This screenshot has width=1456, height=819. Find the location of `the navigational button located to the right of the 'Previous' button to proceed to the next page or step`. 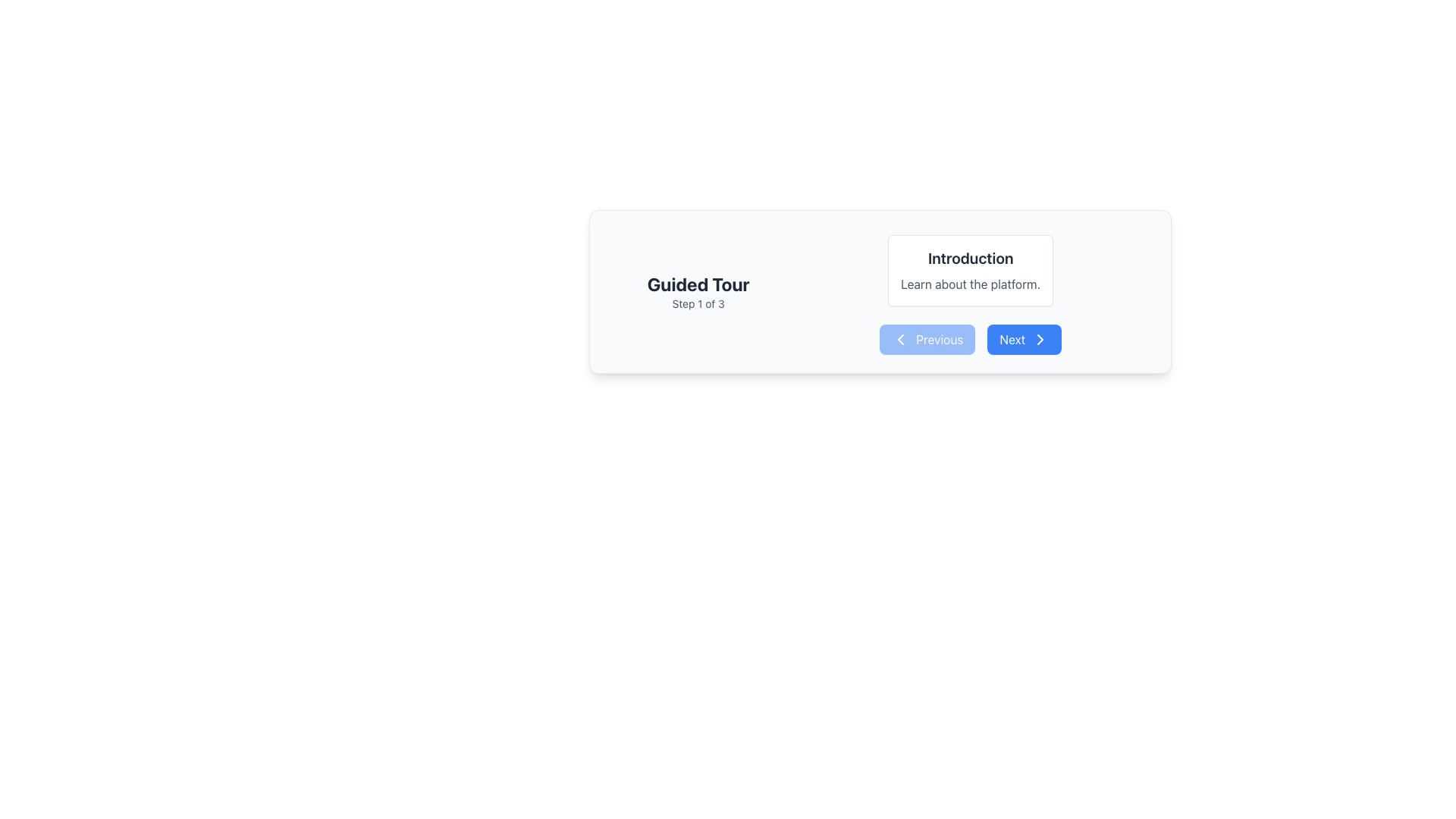

the navigational button located to the right of the 'Previous' button to proceed to the next page or step is located at coordinates (1025, 338).